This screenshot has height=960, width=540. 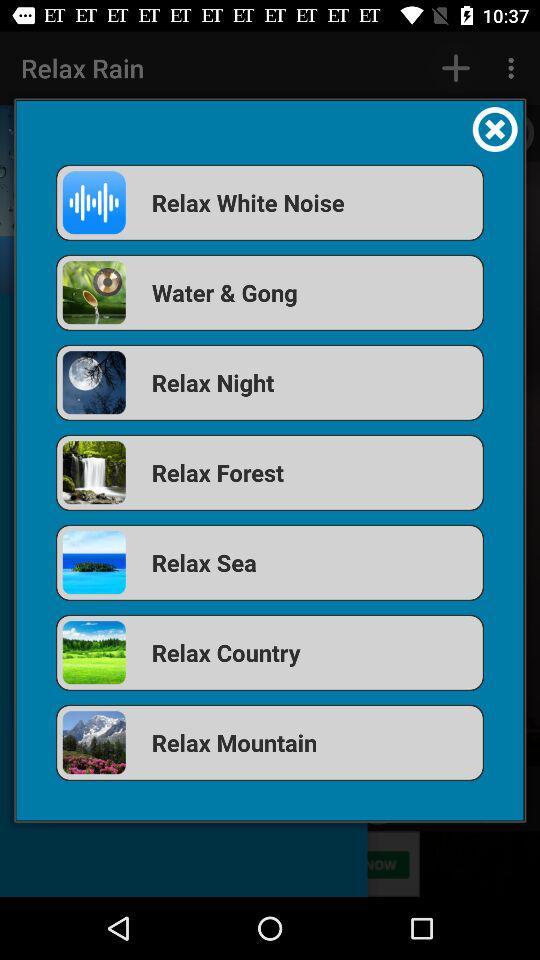 What do you see at coordinates (270, 562) in the screenshot?
I see `the app below the relax forest item` at bounding box center [270, 562].